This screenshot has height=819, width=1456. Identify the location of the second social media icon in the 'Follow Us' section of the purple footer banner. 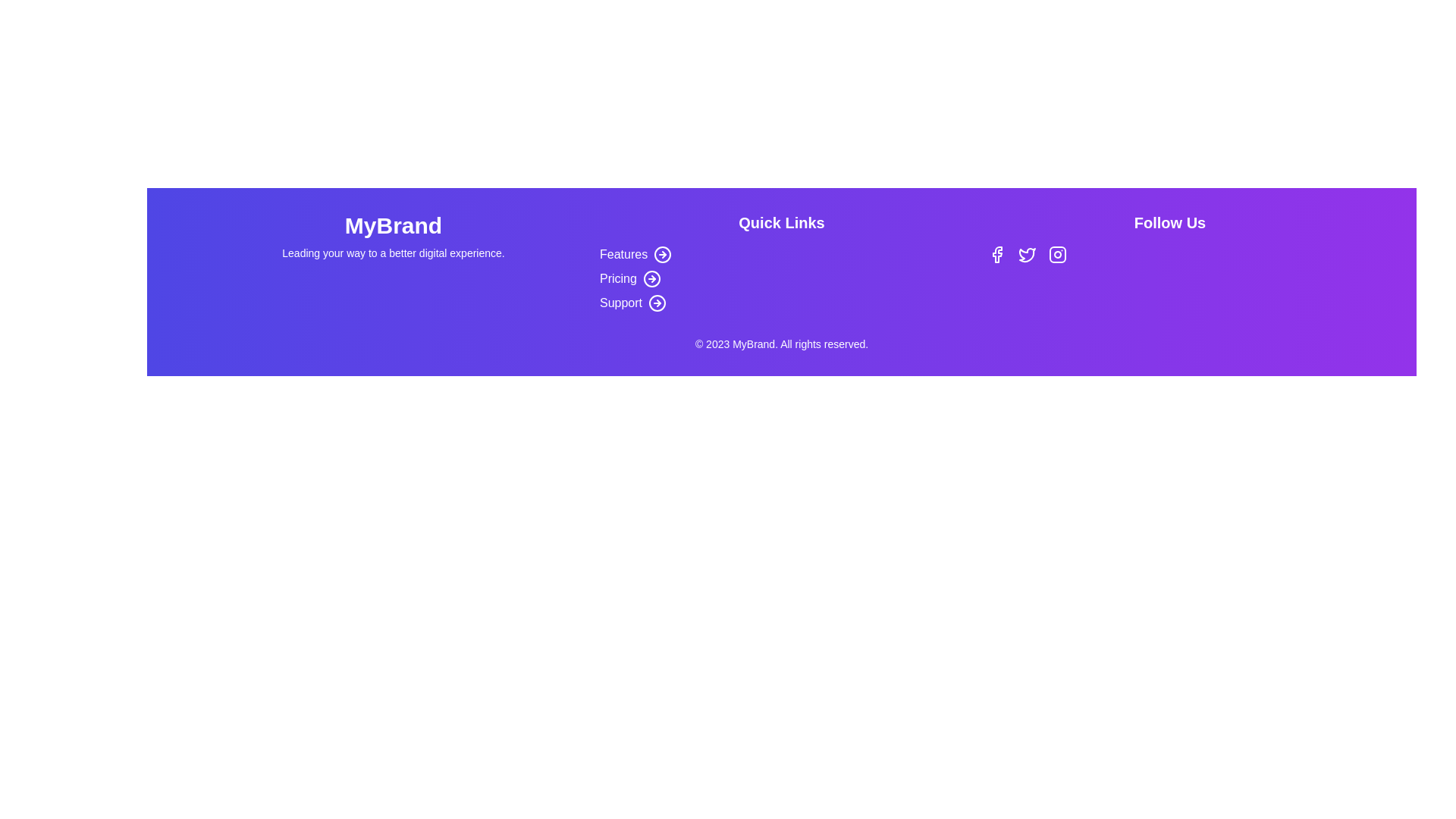
(1027, 253).